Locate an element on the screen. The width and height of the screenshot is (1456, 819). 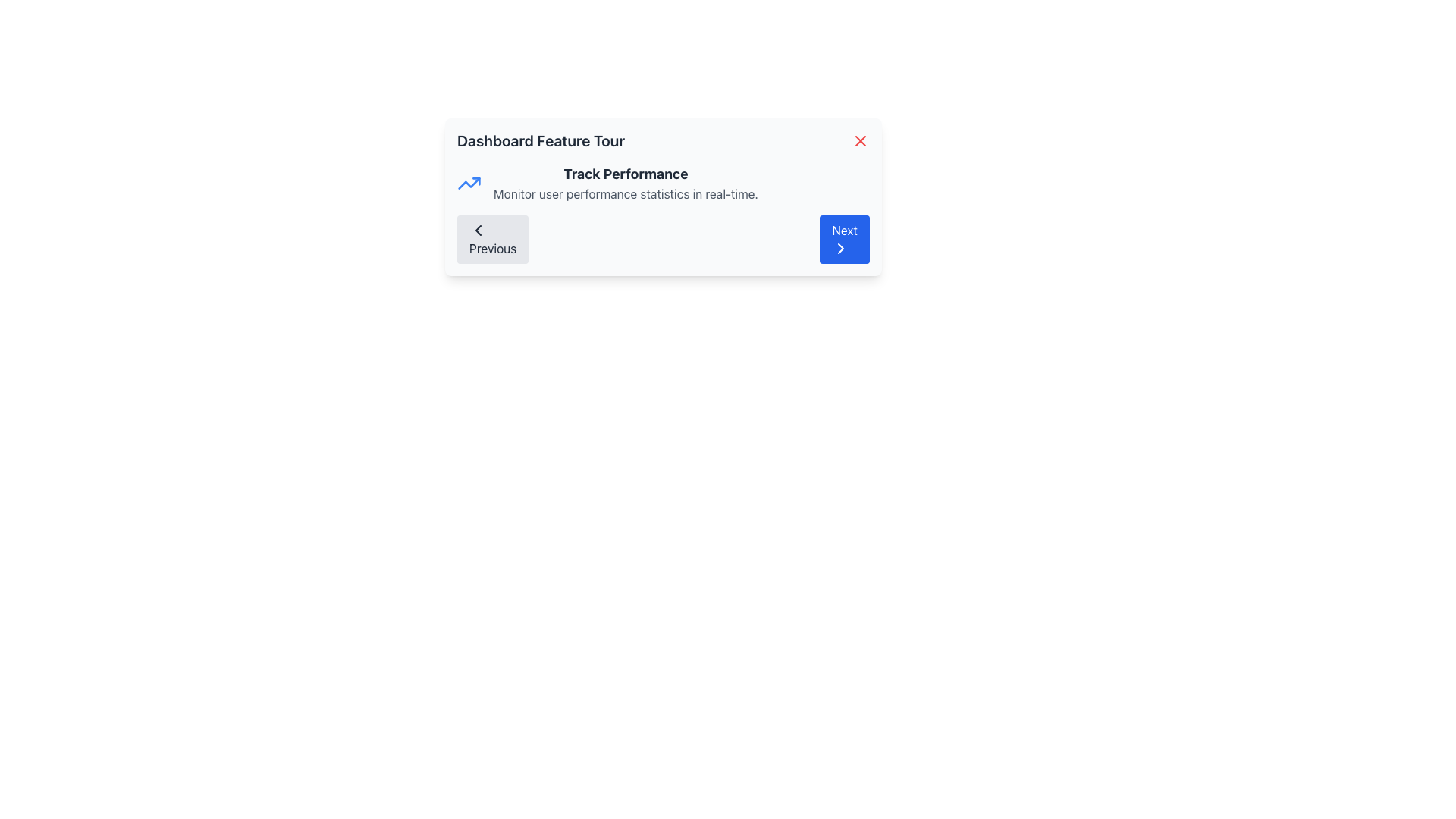
the chevron icon pointing to the right, which is centrally located within the blue 'Next' button in the navigation panel is located at coordinates (840, 247).